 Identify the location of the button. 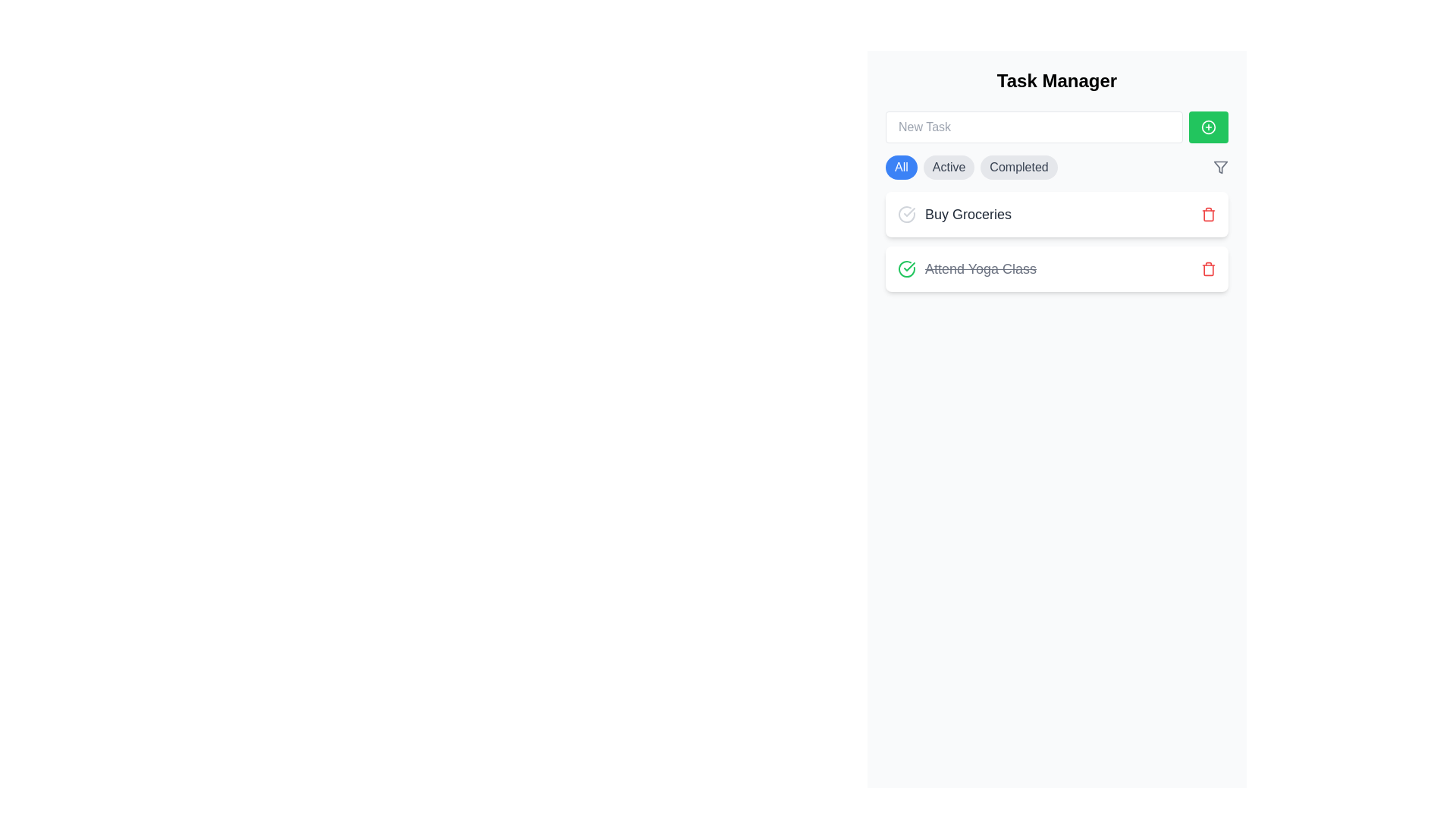
(1207, 127).